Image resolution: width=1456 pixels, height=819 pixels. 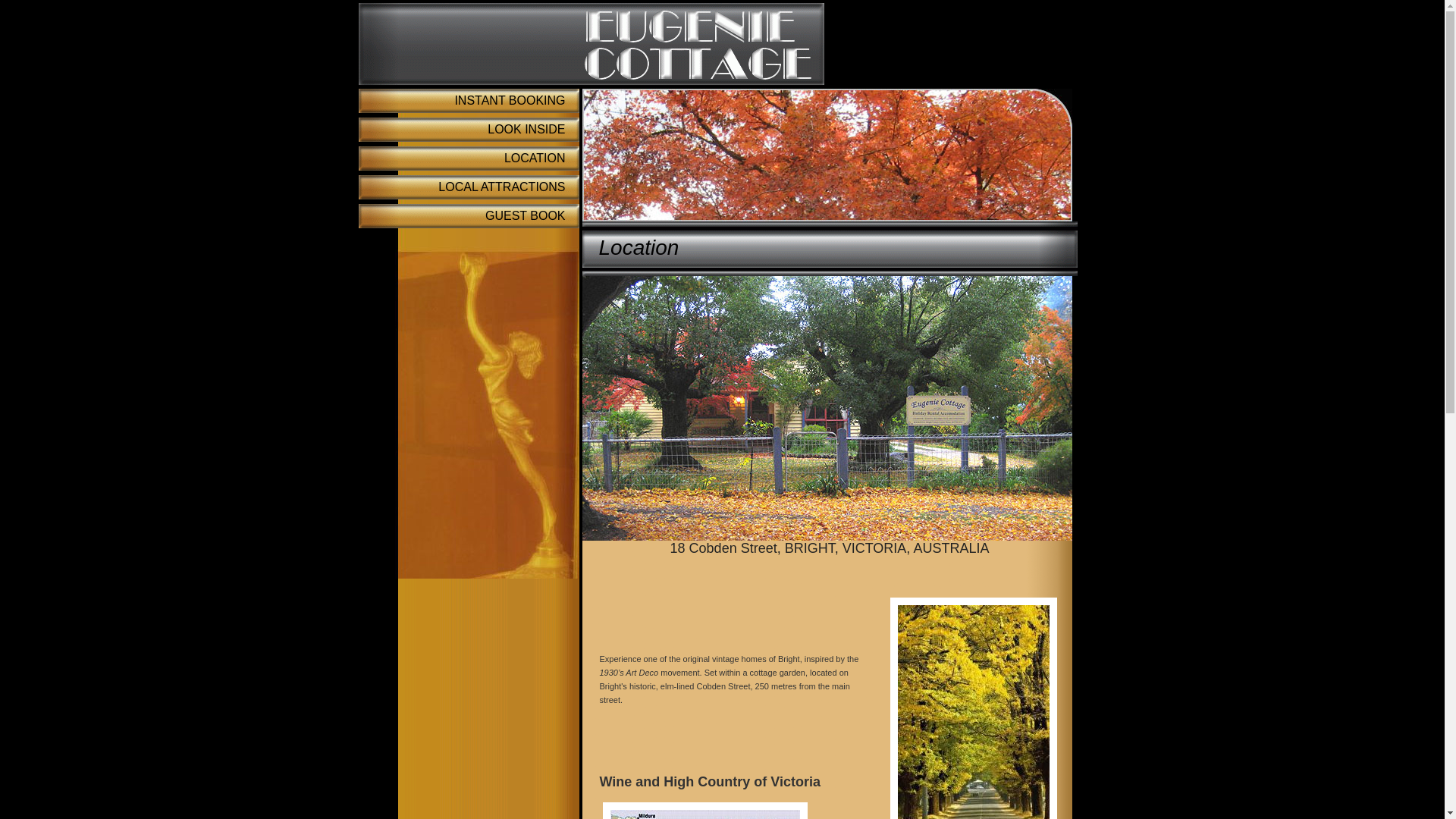 I want to click on 'LOOK INSIDE', so click(x=467, y=128).